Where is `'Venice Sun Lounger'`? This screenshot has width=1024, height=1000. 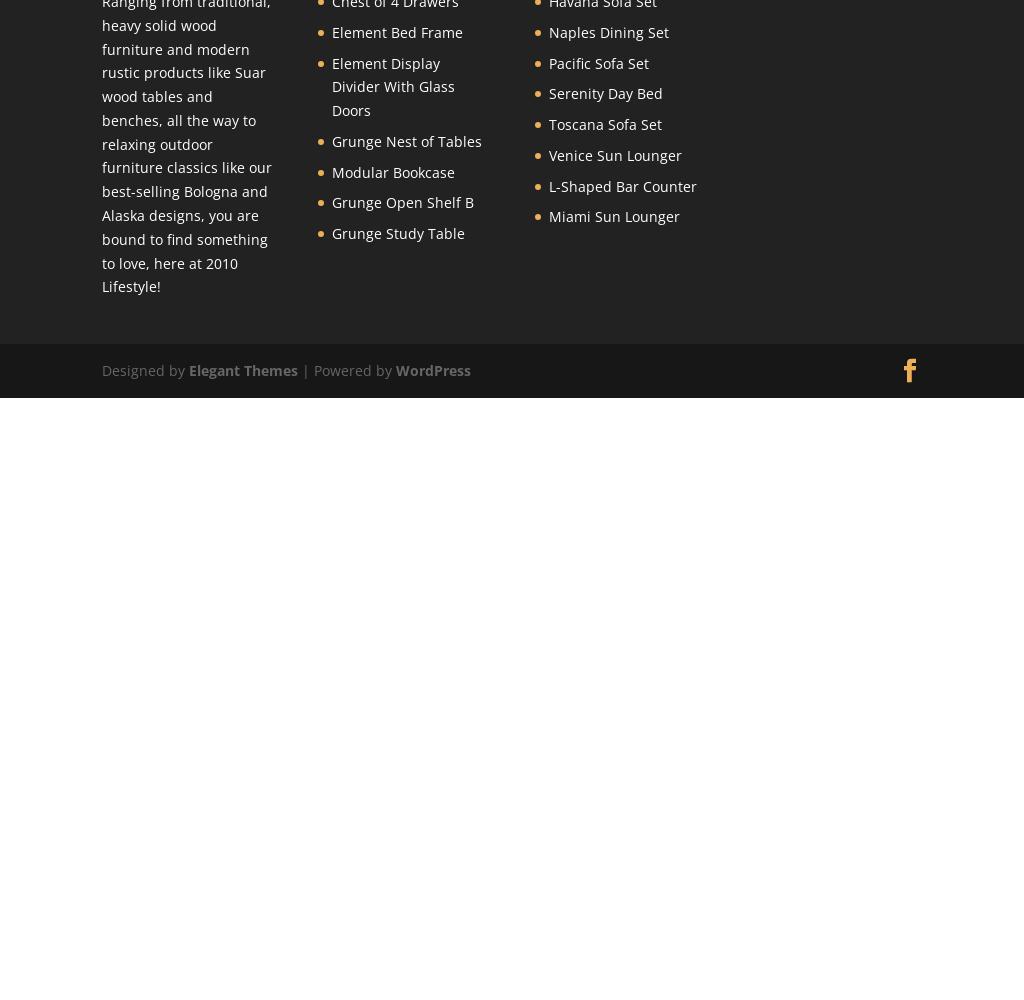
'Venice Sun Lounger' is located at coordinates (548, 154).